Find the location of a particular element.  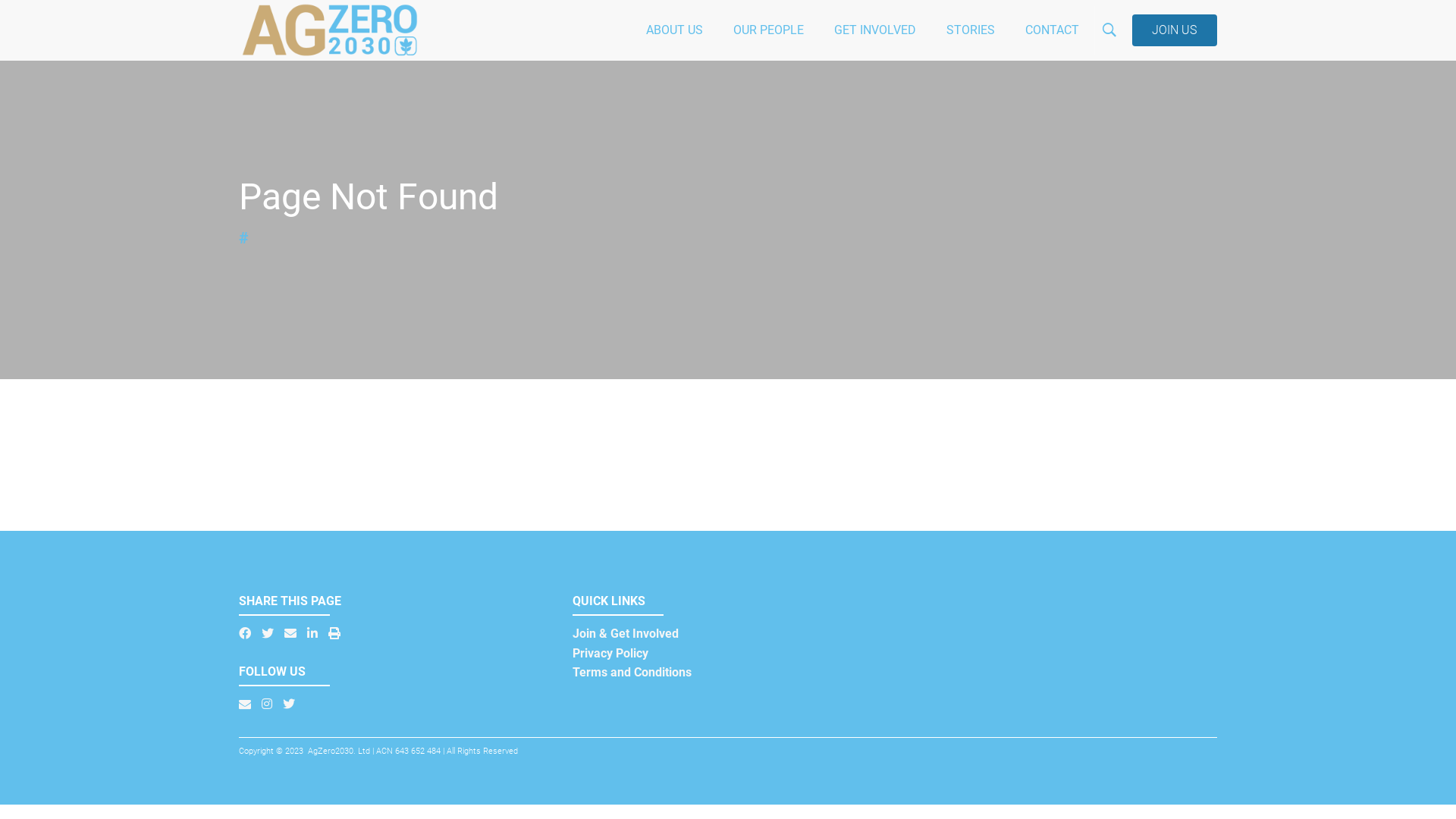

'Join & Get Involved' is located at coordinates (626, 633).